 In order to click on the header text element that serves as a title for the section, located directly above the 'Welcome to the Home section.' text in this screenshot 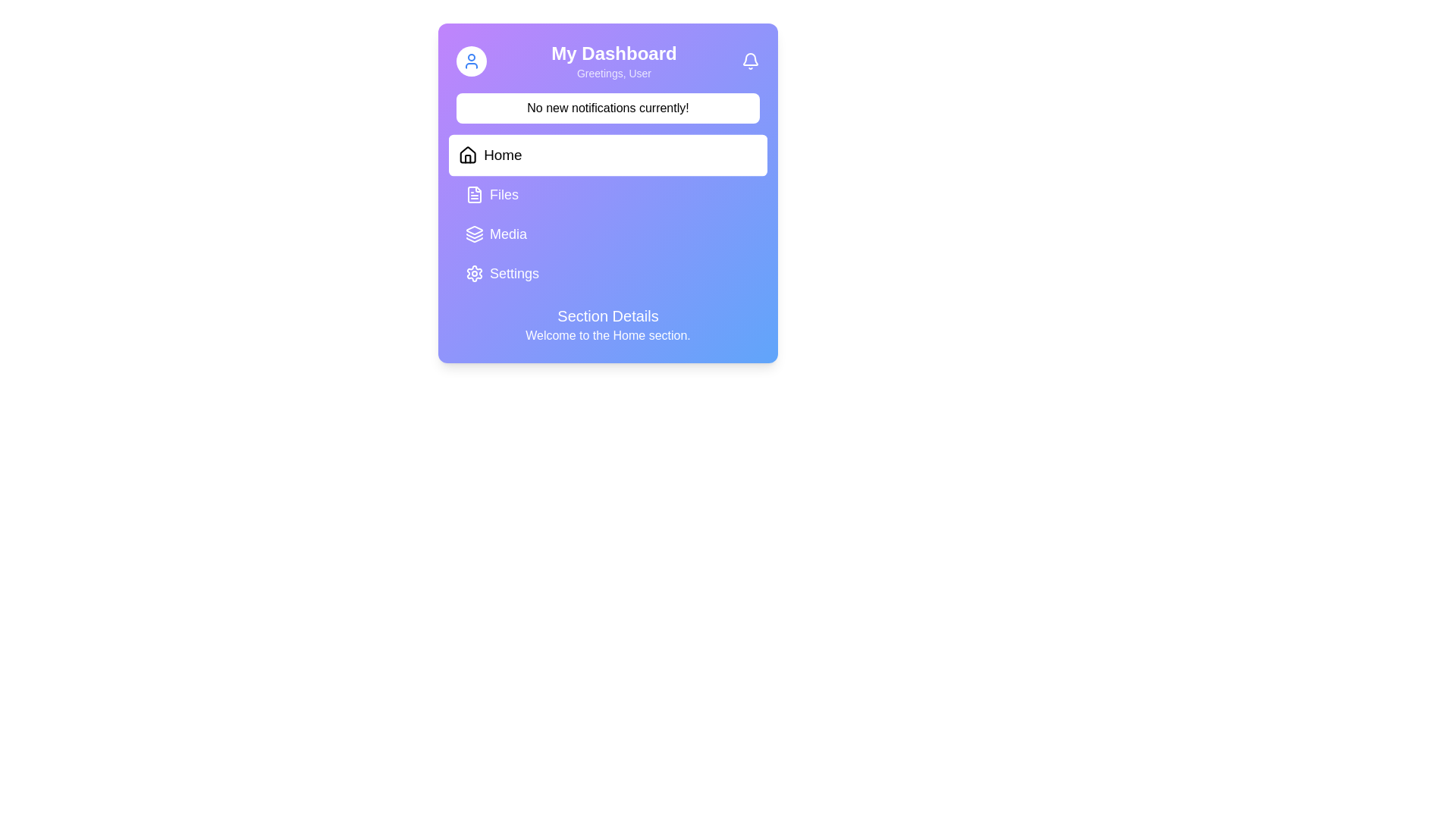, I will do `click(607, 315)`.